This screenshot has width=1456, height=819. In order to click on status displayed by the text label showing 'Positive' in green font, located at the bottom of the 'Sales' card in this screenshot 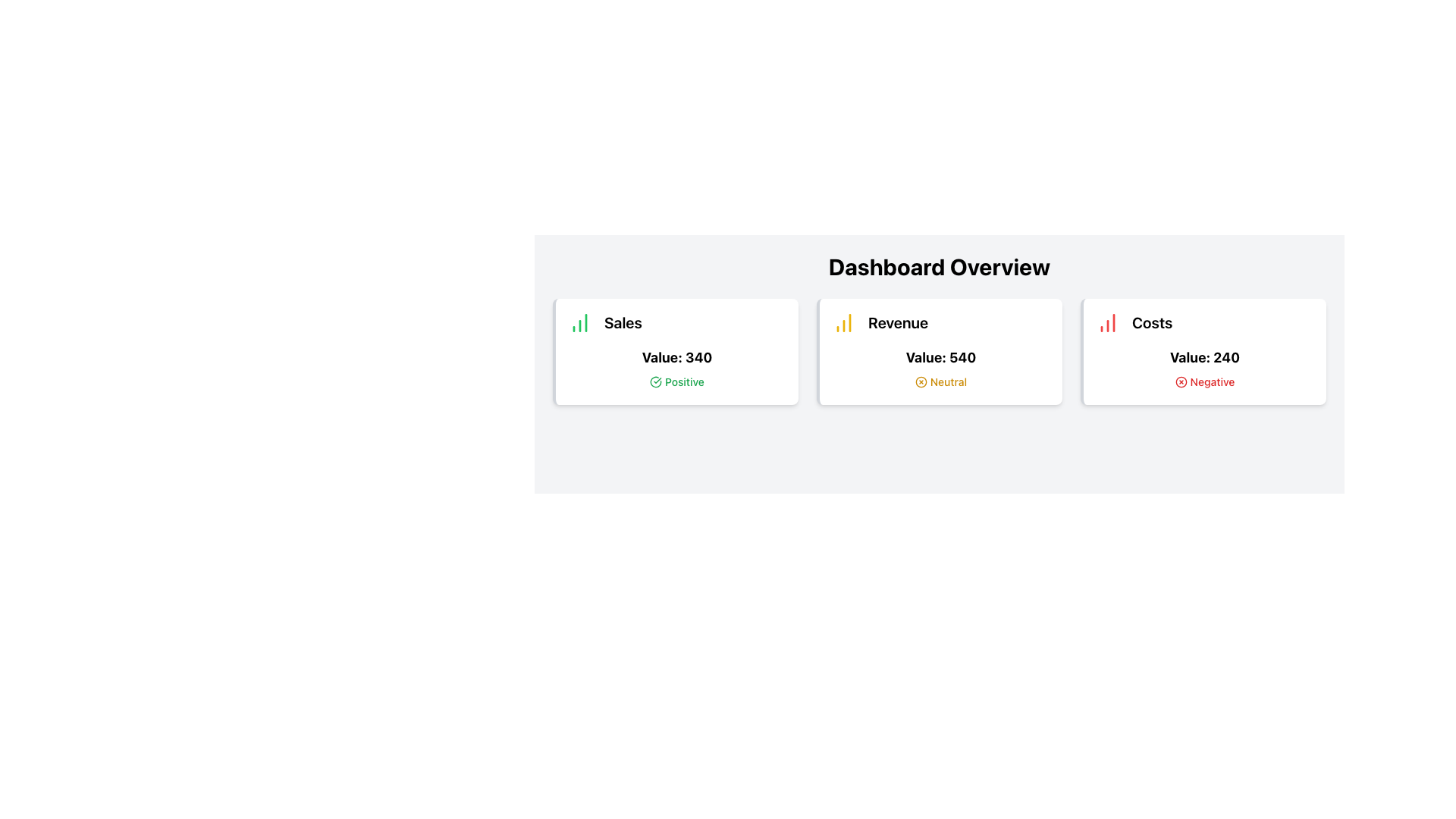, I will do `click(683, 381)`.